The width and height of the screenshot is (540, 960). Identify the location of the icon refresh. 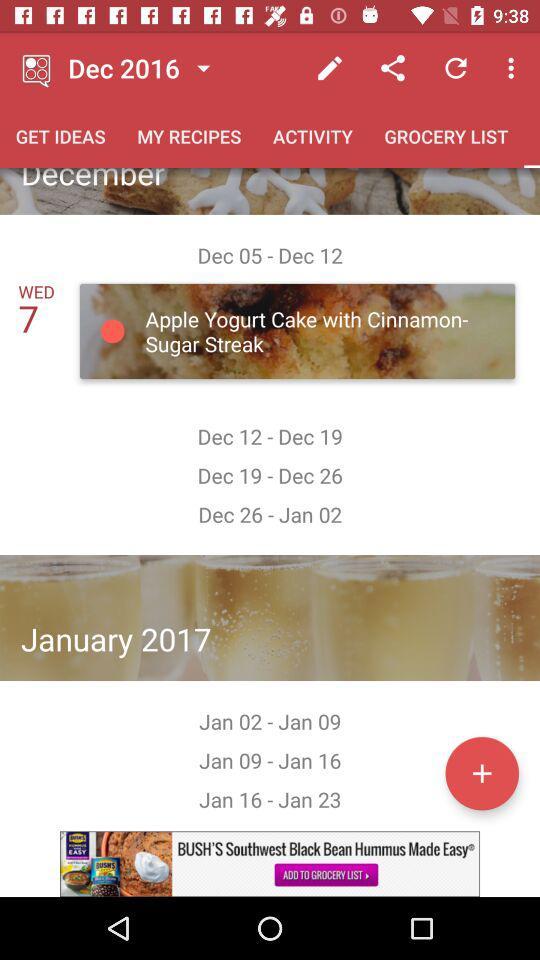
(456, 68).